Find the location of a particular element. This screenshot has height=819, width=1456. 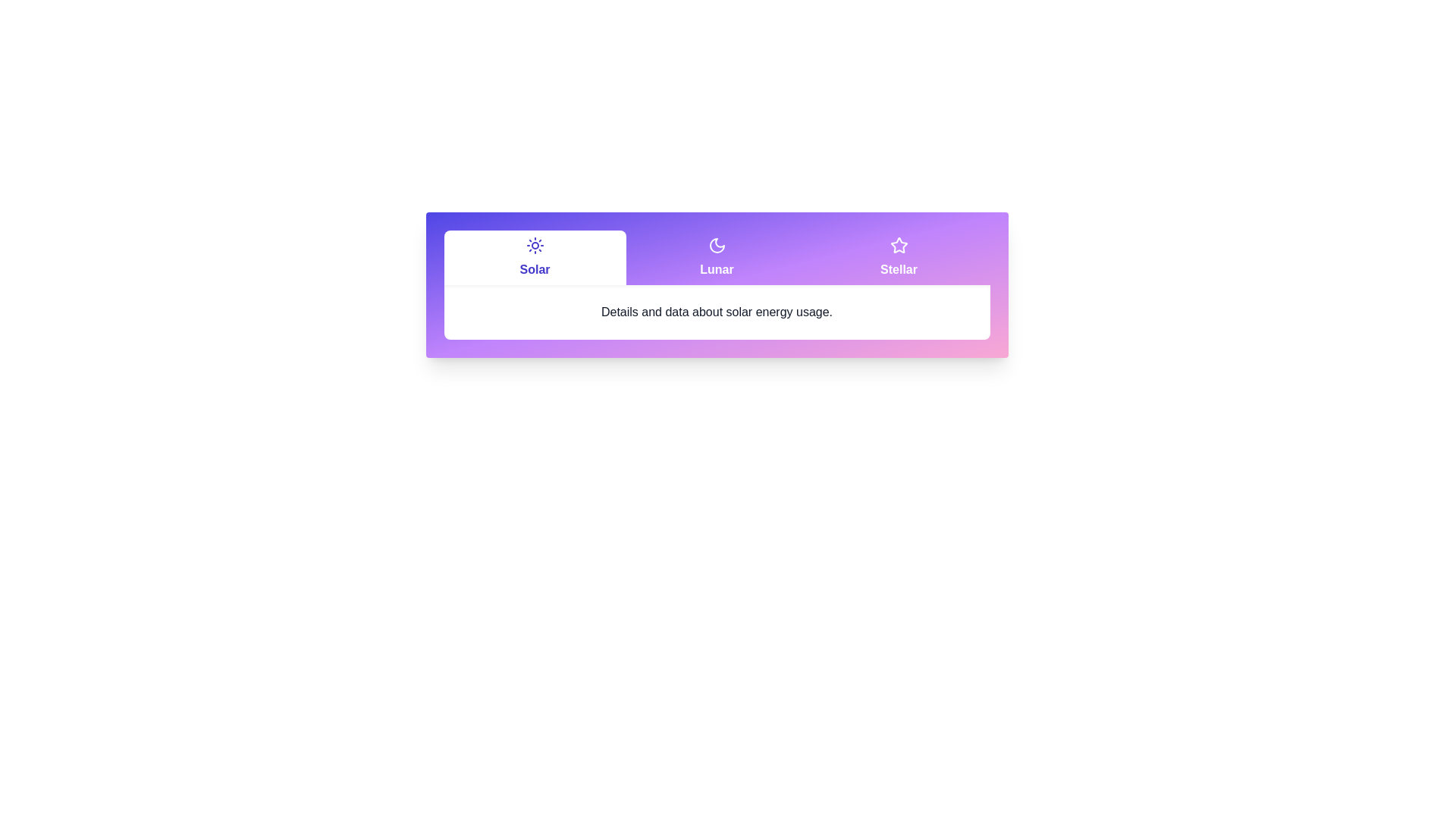

the Stellar tab by clicking its header is located at coordinates (899, 256).